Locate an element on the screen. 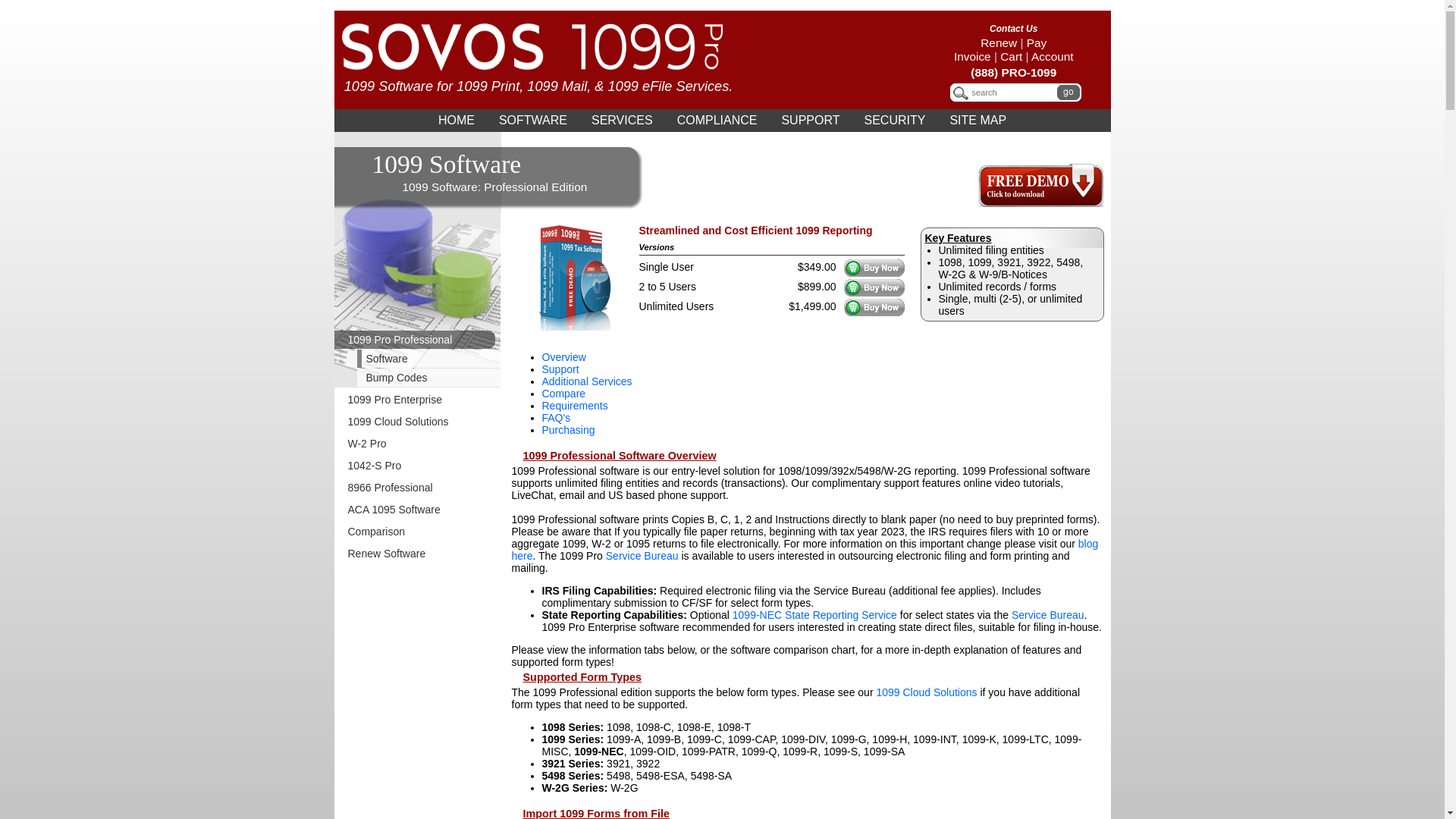 The image size is (1456, 819). 'W-2 Pro' is located at coordinates (417, 444).